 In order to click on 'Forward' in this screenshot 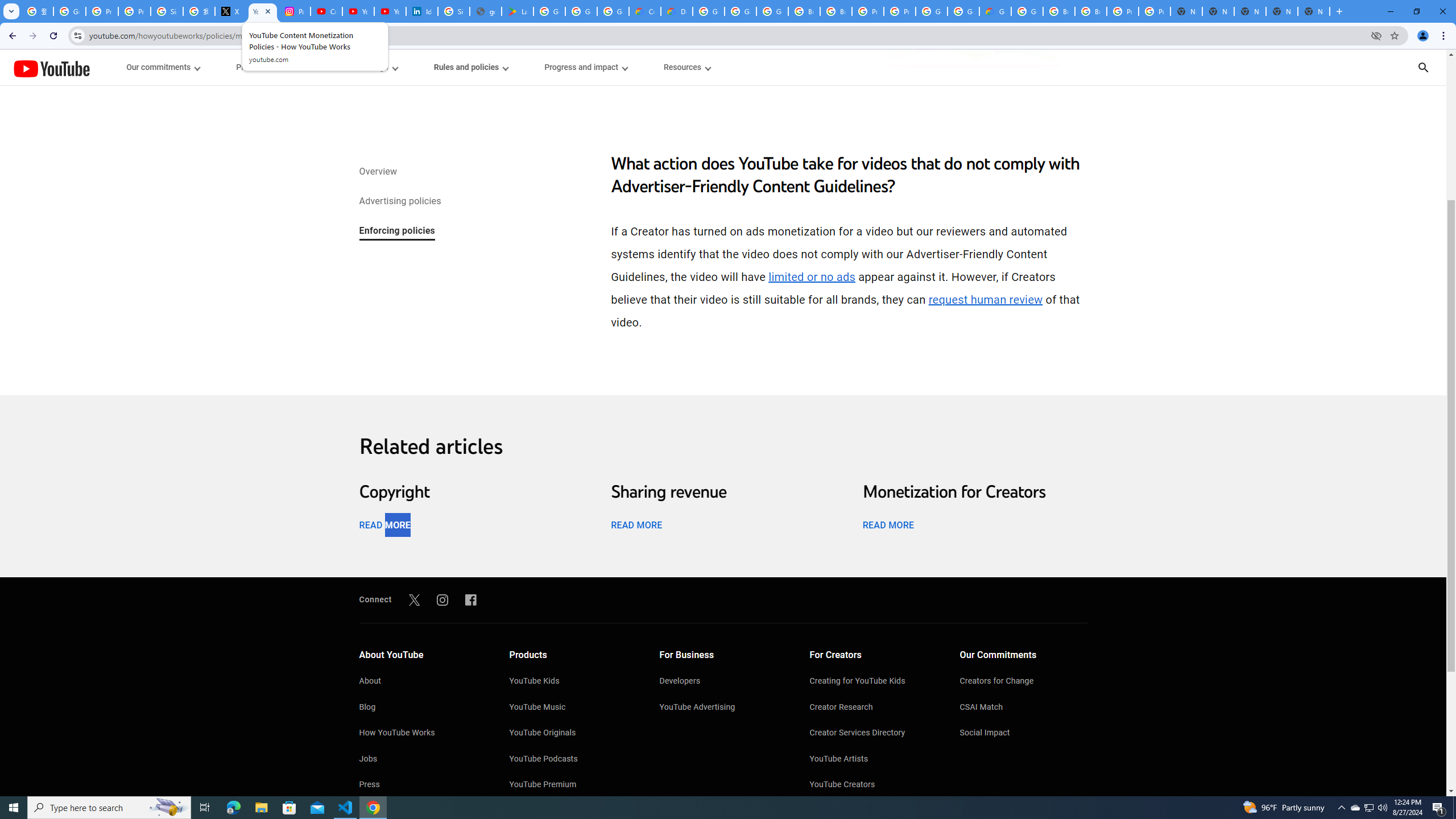, I will do `click(32, 35)`.